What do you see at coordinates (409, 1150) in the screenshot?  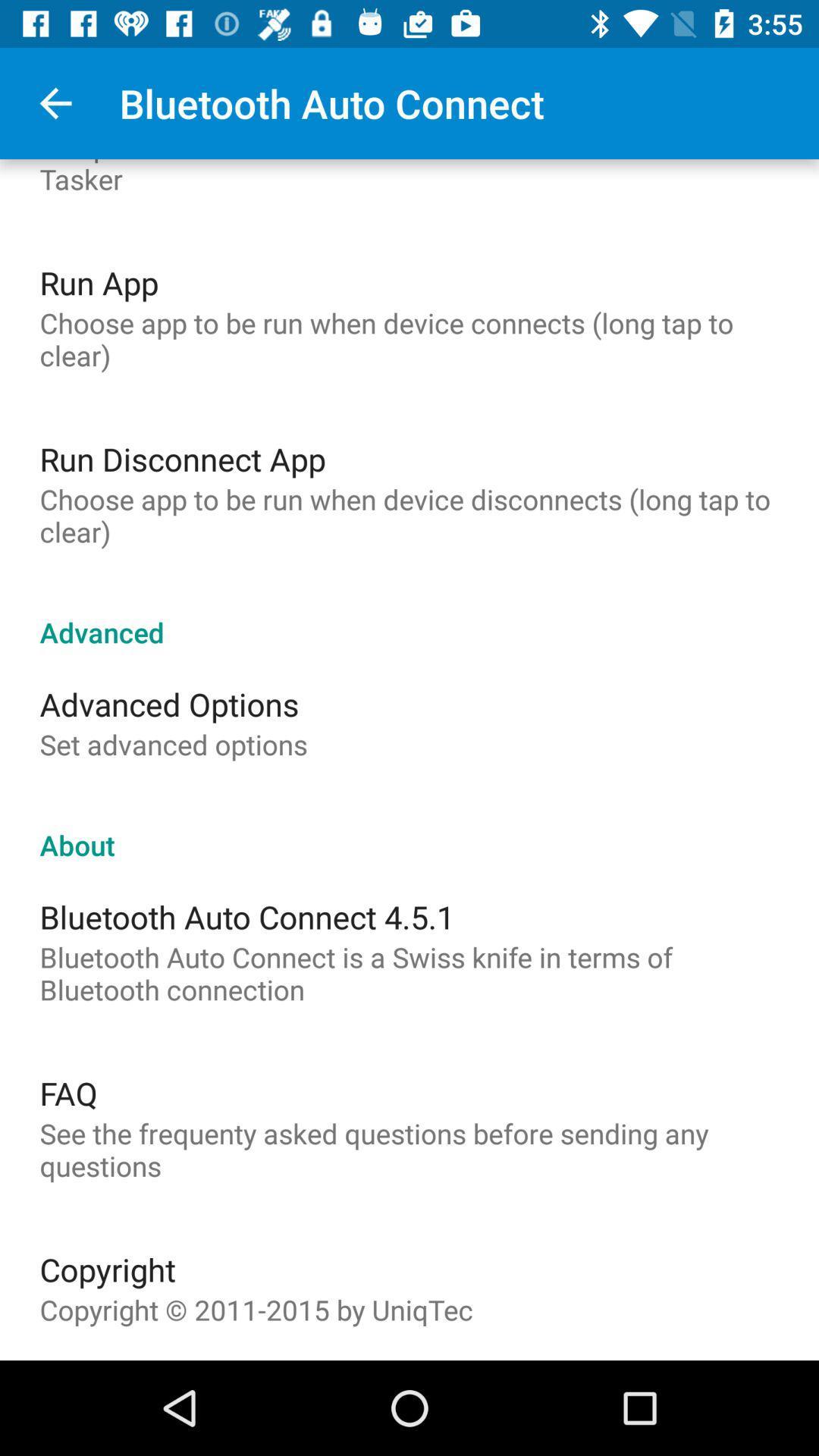 I see `see the frequenty icon` at bounding box center [409, 1150].